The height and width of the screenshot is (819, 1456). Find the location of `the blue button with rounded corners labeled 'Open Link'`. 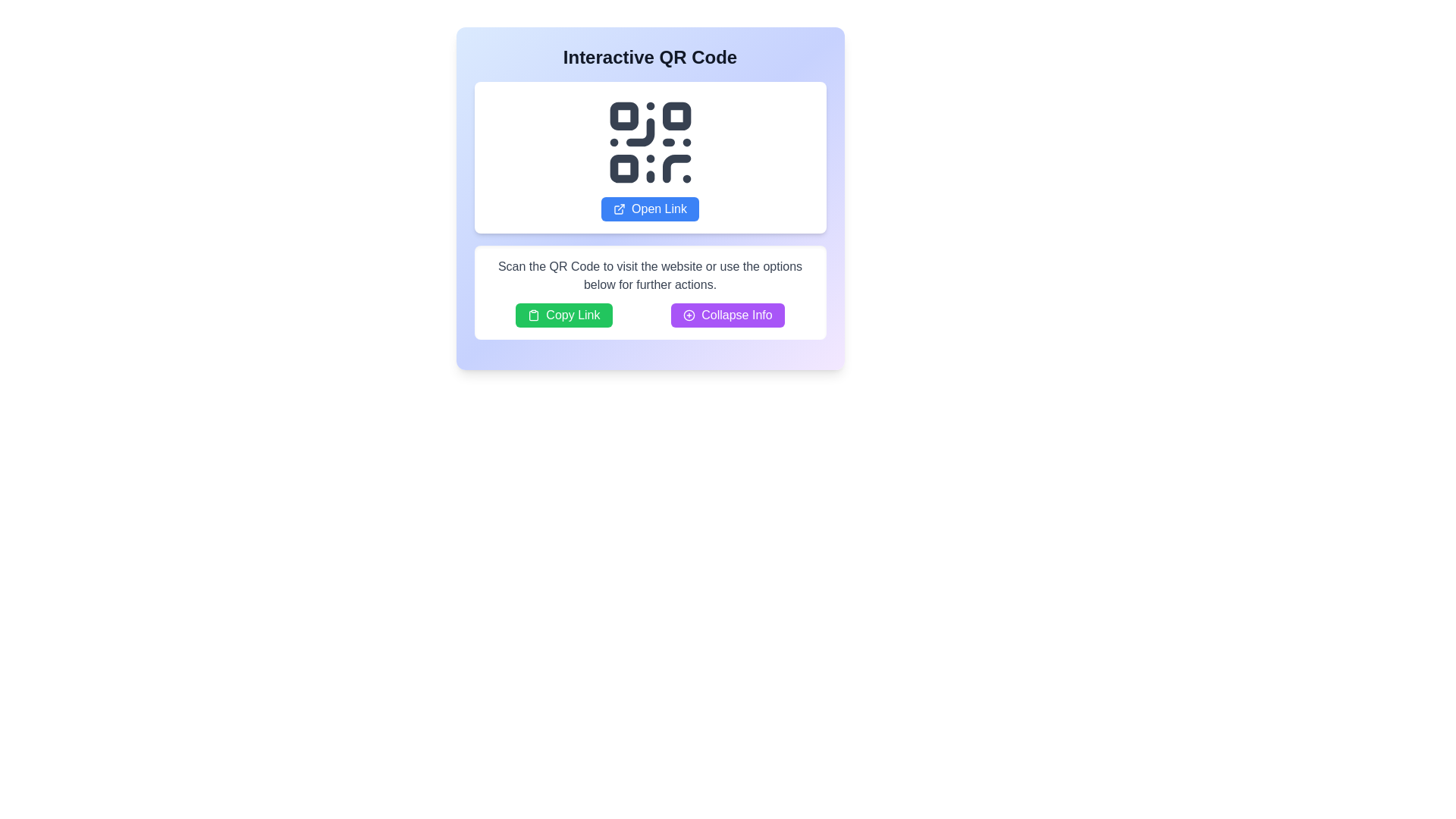

the blue button with rounded corners labeled 'Open Link' is located at coordinates (650, 209).